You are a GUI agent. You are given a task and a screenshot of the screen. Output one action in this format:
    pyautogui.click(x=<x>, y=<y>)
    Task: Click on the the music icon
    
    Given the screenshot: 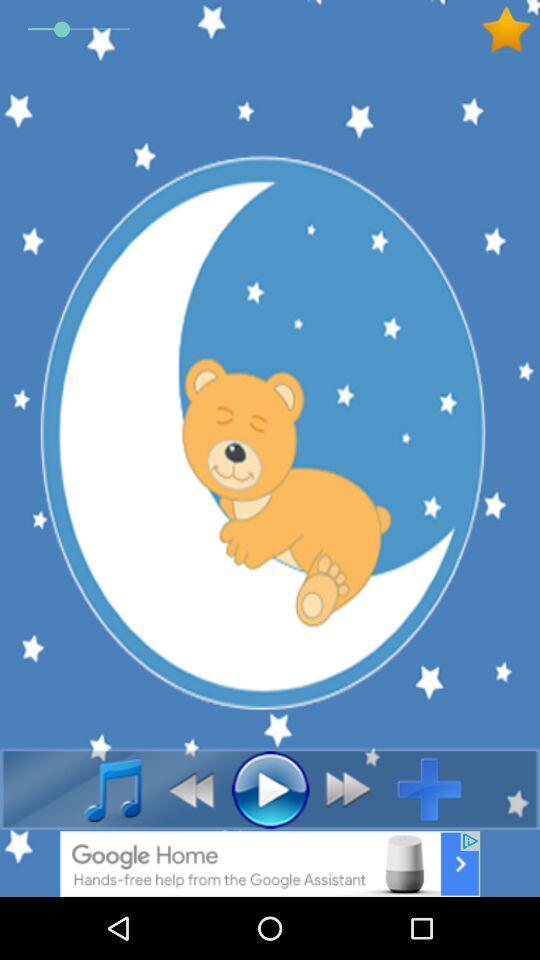 What is the action you would take?
    pyautogui.click(x=102, y=789)
    